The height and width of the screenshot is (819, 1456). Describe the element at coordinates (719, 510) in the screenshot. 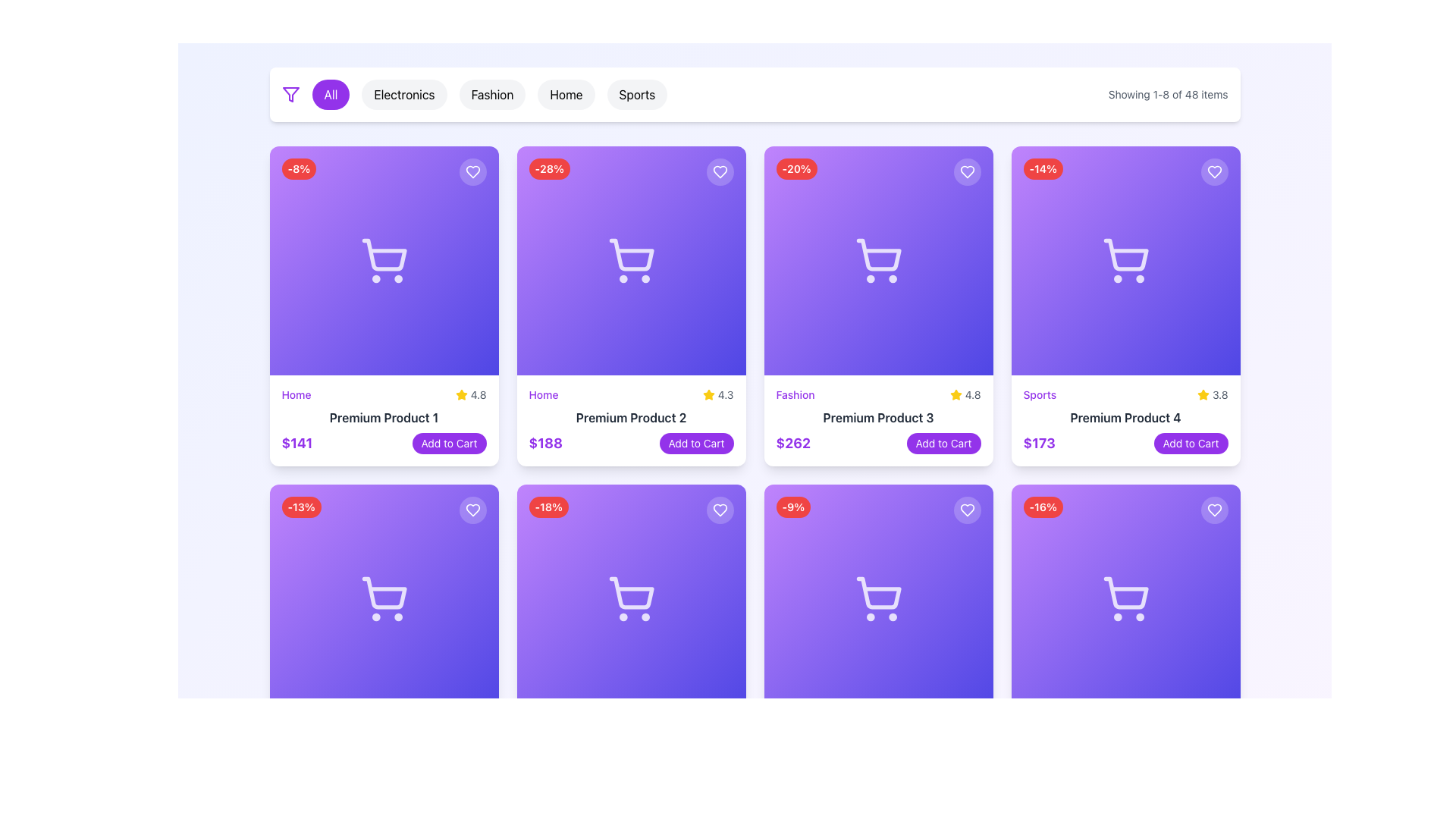

I see `the heart-shaped icon button located in the top-right corner of the card component with a shopping cart icon and a discount label ('-18%')` at that location.